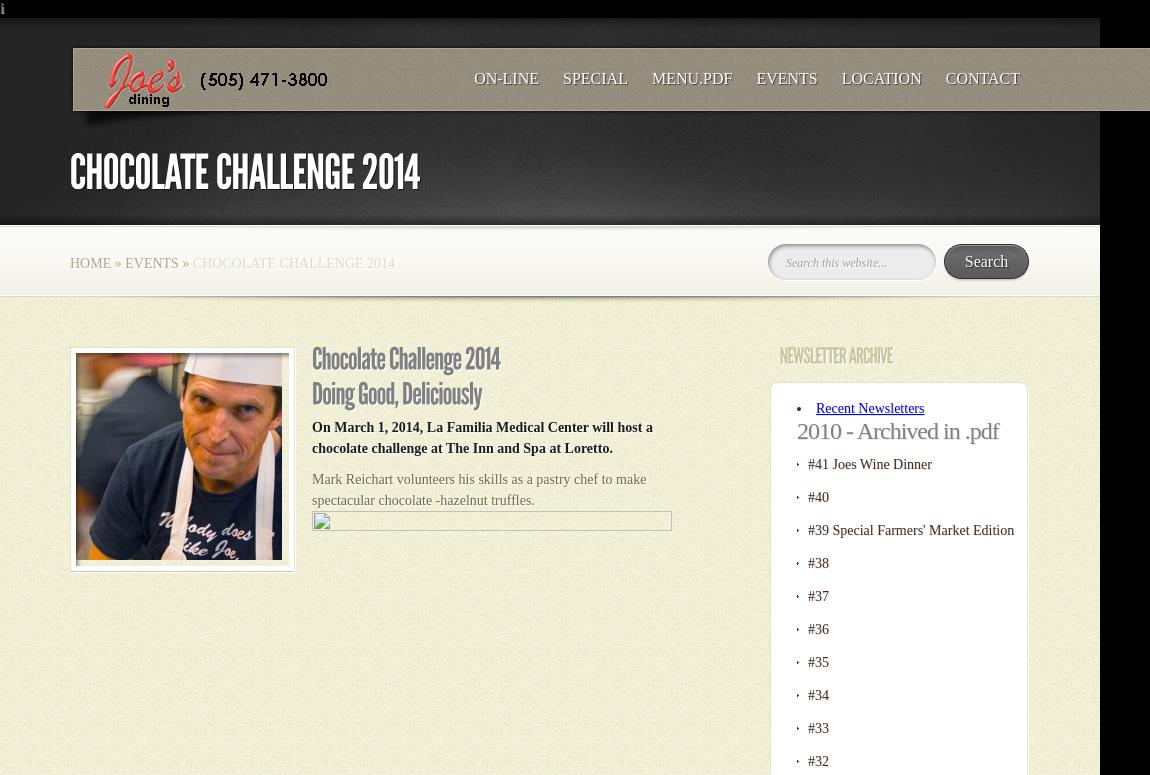 The image size is (1150, 775). I want to click on 'On March 1, 2014, La Familia Medical Center will host a chocolate challenge at The Inn and Spa at Loretto.', so click(481, 438).